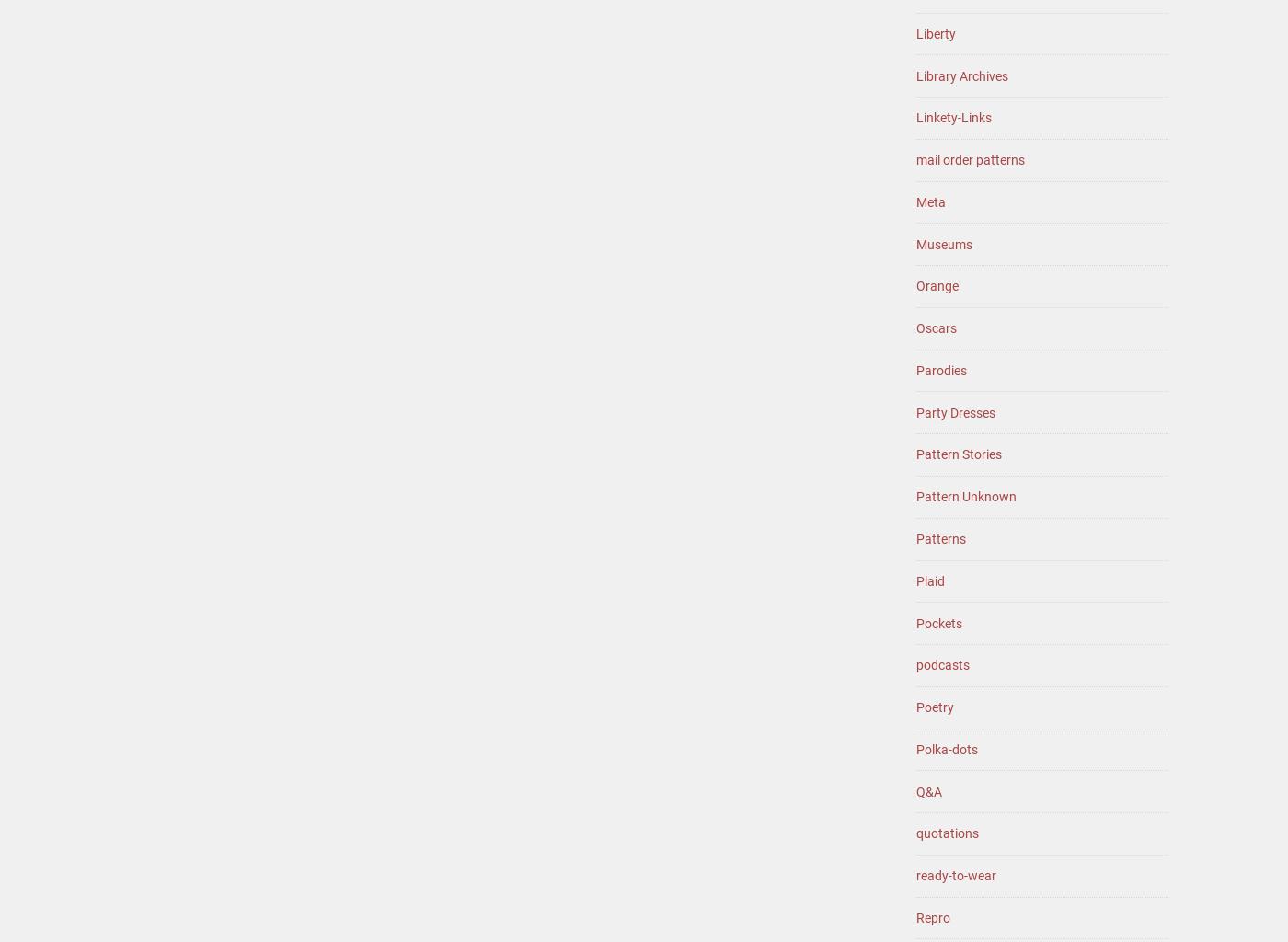  I want to click on 'Polka-dots', so click(915, 747).